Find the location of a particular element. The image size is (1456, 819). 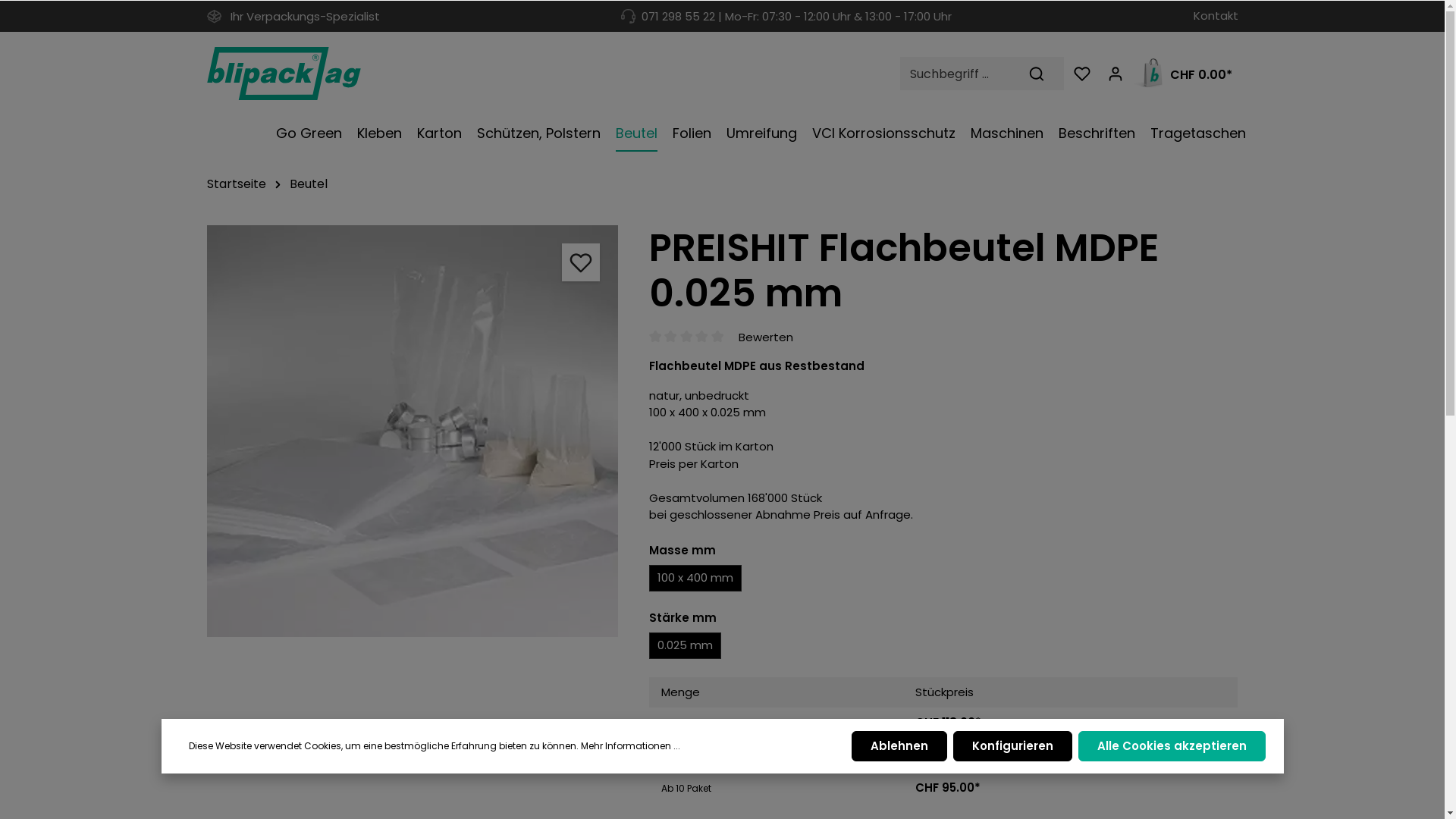

'pe_flachbeutel' is located at coordinates (412, 431).